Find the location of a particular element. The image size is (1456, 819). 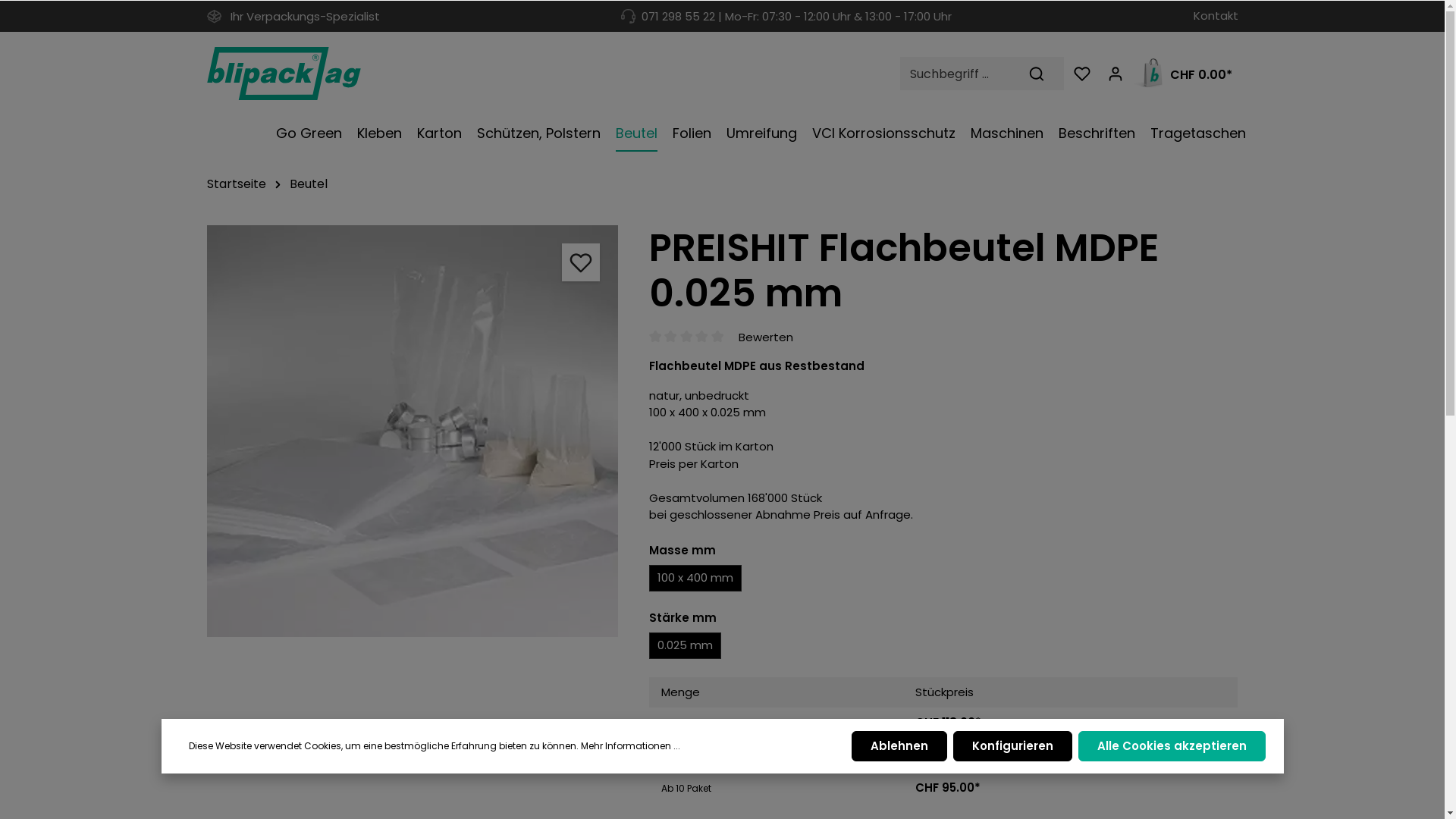

'pe_flachbeutel' is located at coordinates (412, 431).